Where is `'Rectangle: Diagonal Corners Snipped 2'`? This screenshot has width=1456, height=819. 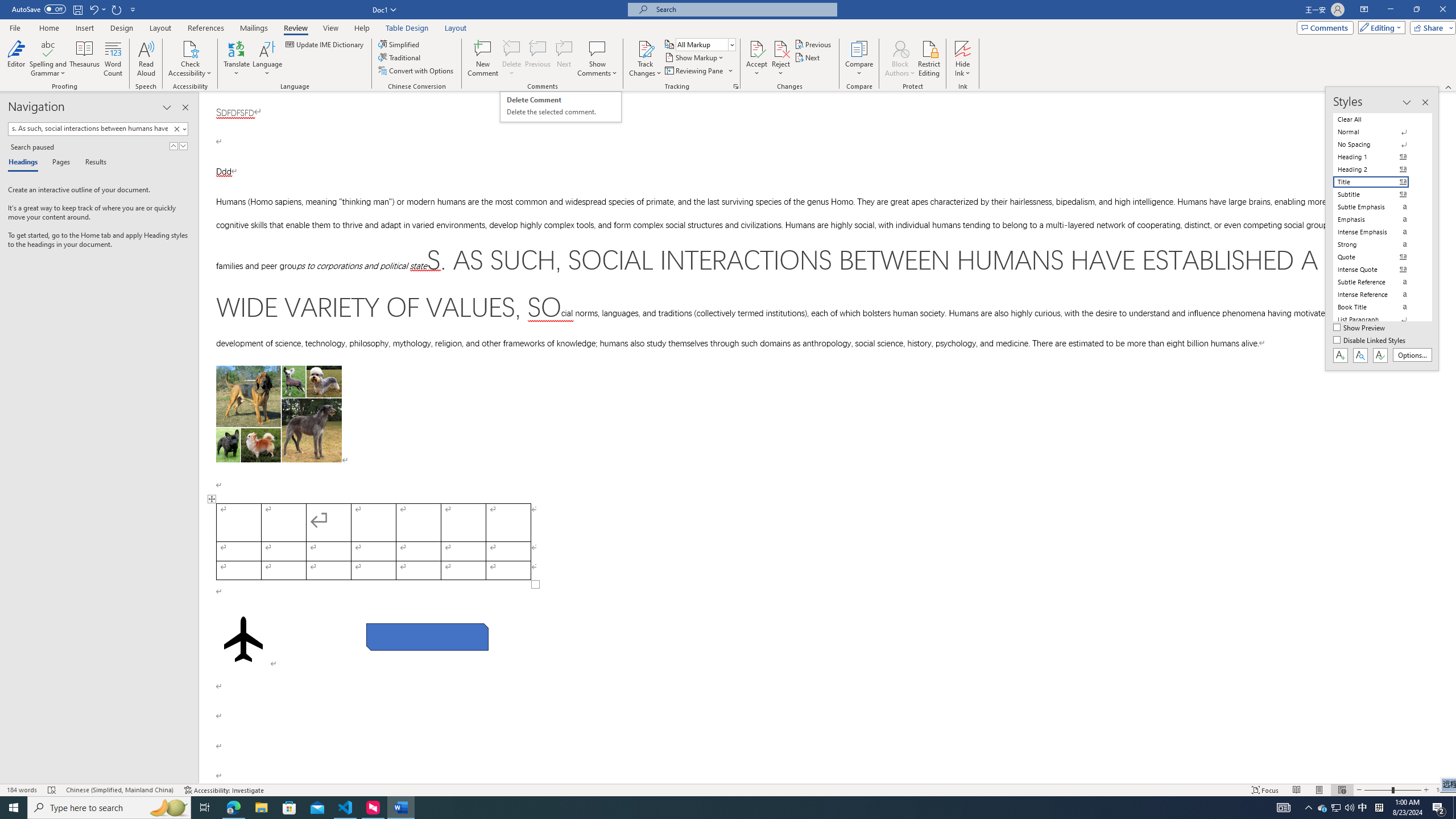 'Rectangle: Diagonal Corners Snipped 2' is located at coordinates (427, 636).